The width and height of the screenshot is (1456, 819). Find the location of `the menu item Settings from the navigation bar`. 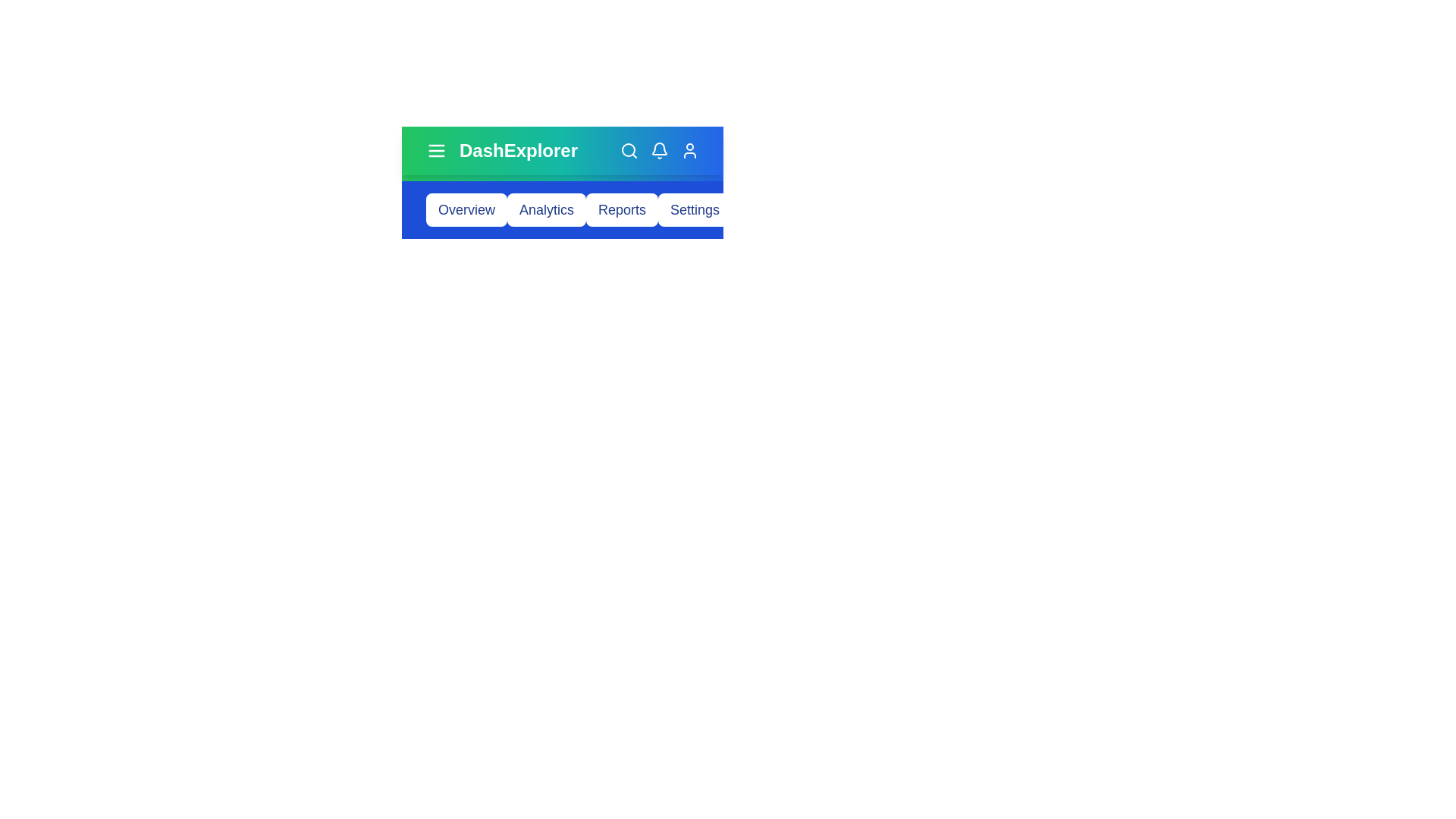

the menu item Settings from the navigation bar is located at coordinates (694, 210).